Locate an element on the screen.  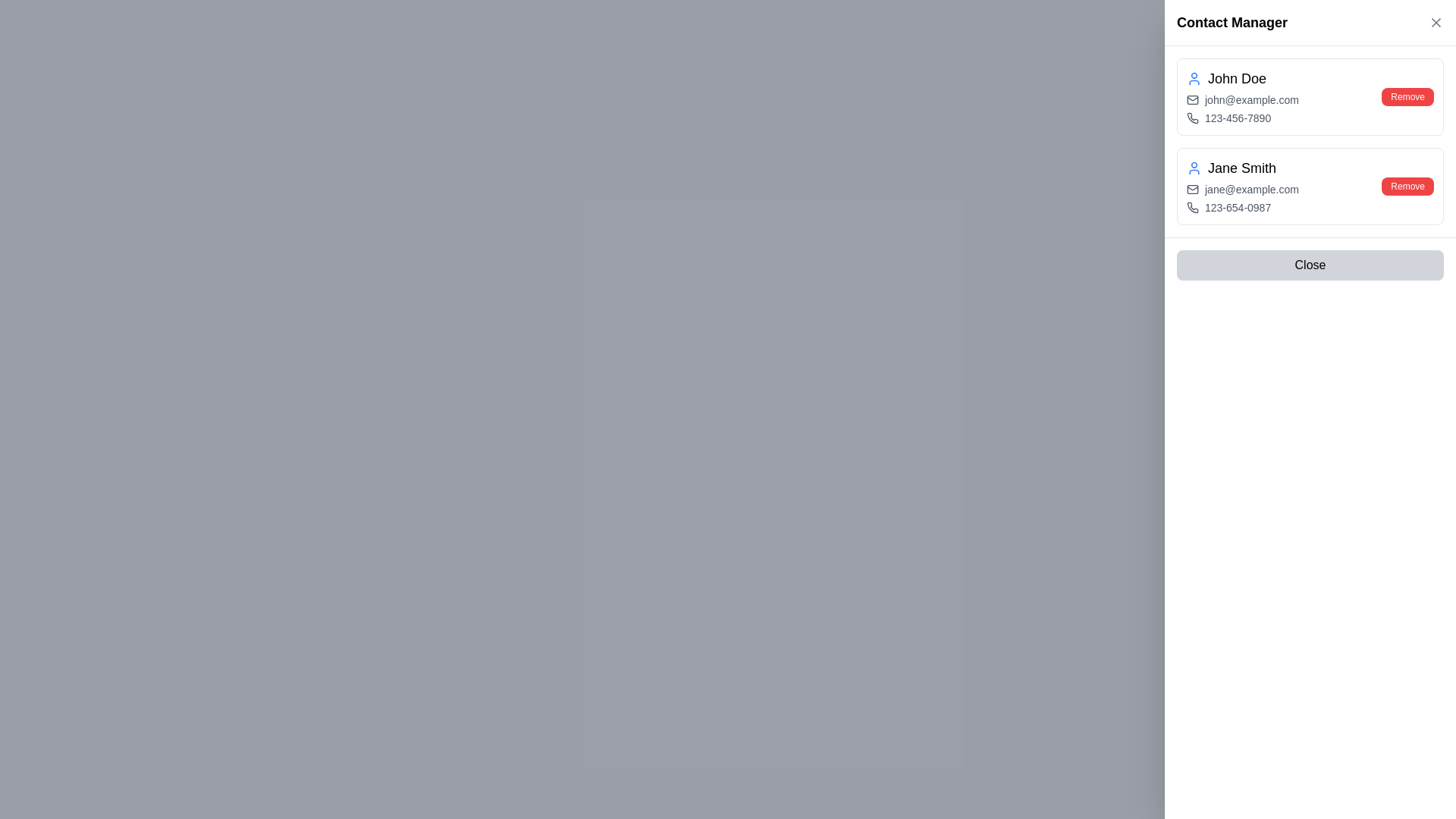
the 'Remove' button with a red background in the 'Contact Manager' interface, located on the right side of John Doe's contact information is located at coordinates (1407, 96).